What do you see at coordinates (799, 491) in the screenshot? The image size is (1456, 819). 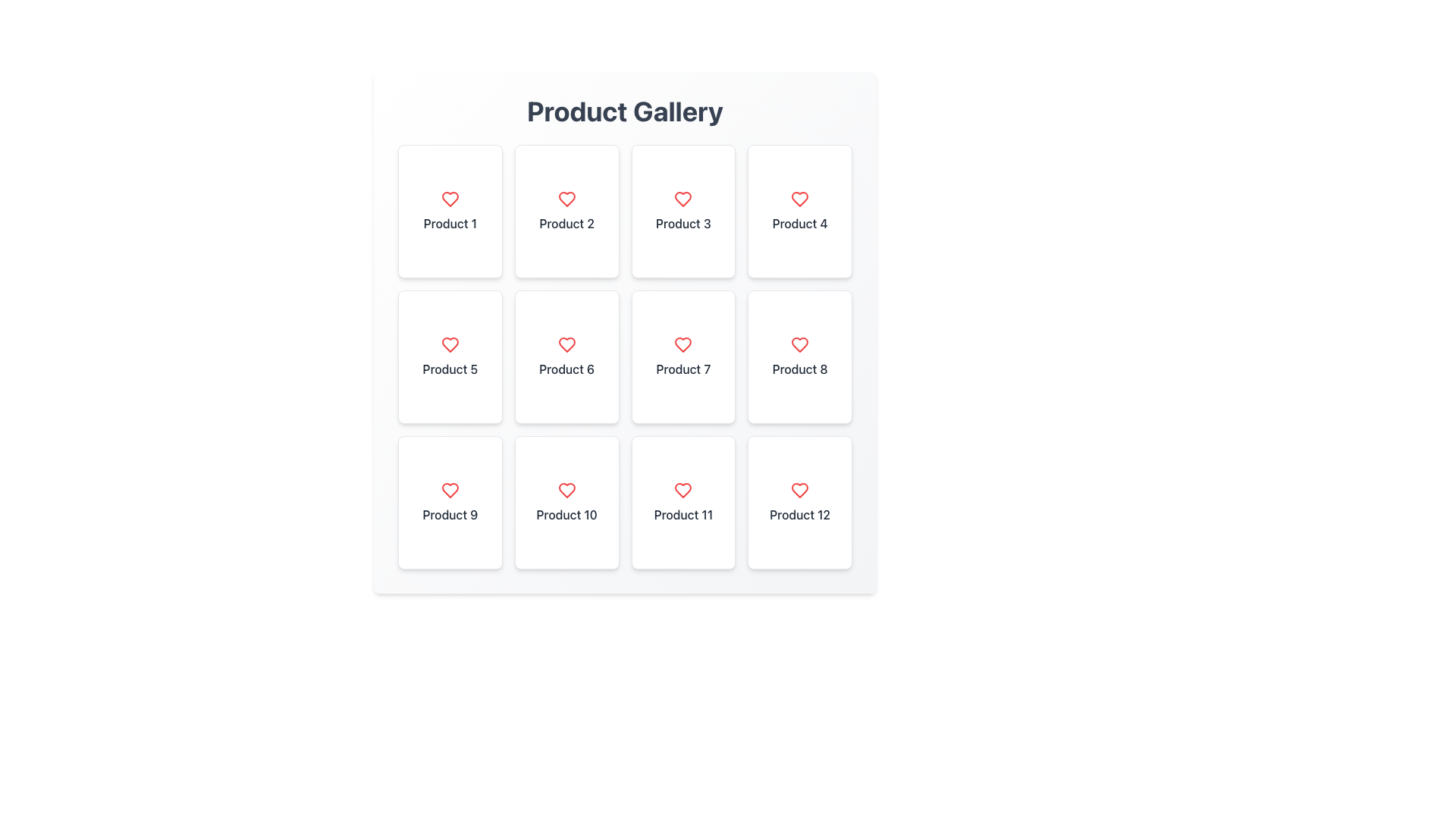 I see `the stylized heart icon located in the twelfth product card of a 4x3 grid` at bounding box center [799, 491].